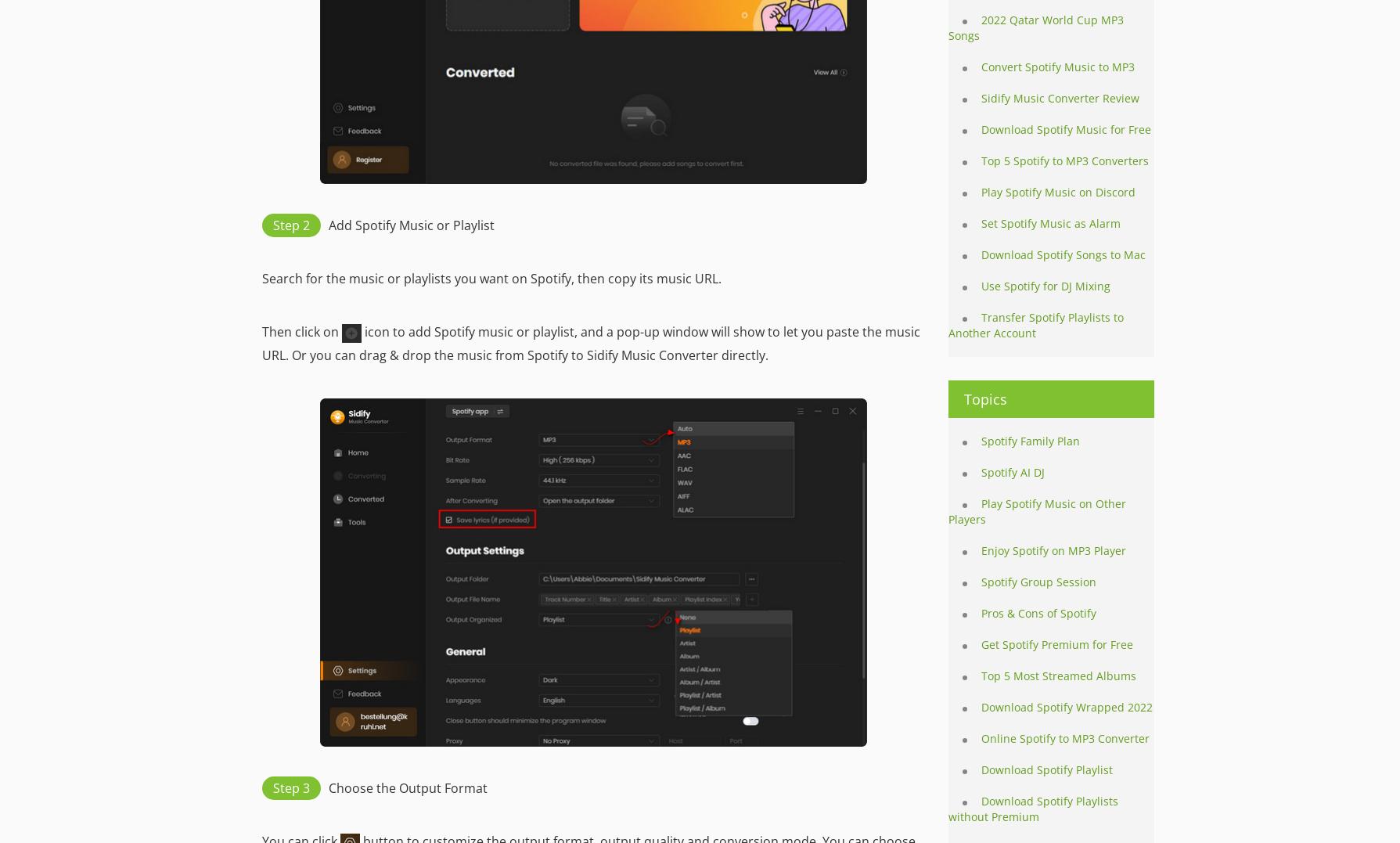  Describe the element at coordinates (290, 787) in the screenshot. I see `'Step 3'` at that location.